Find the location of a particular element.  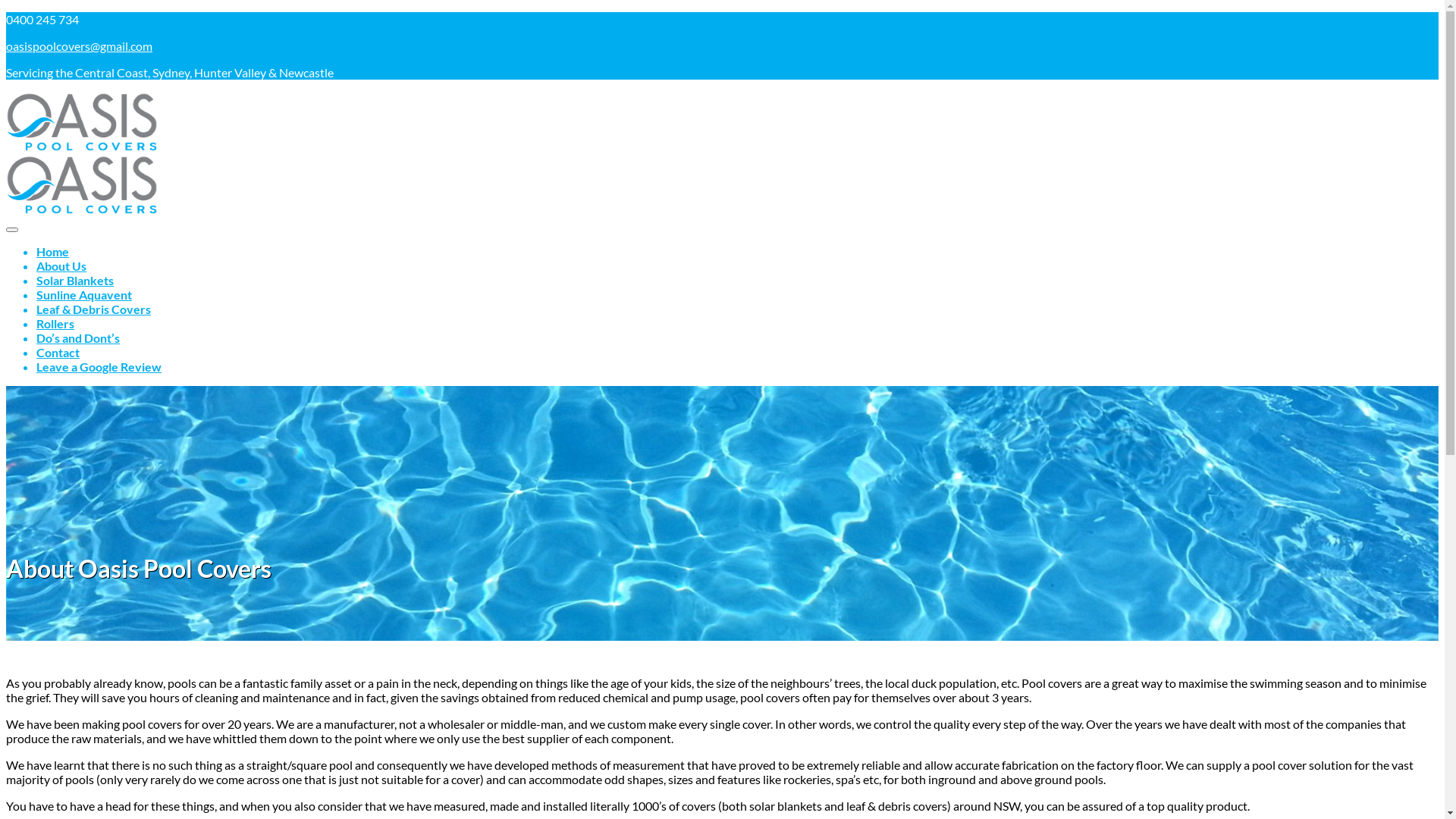

'Leave a Google Review' is located at coordinates (98, 366).